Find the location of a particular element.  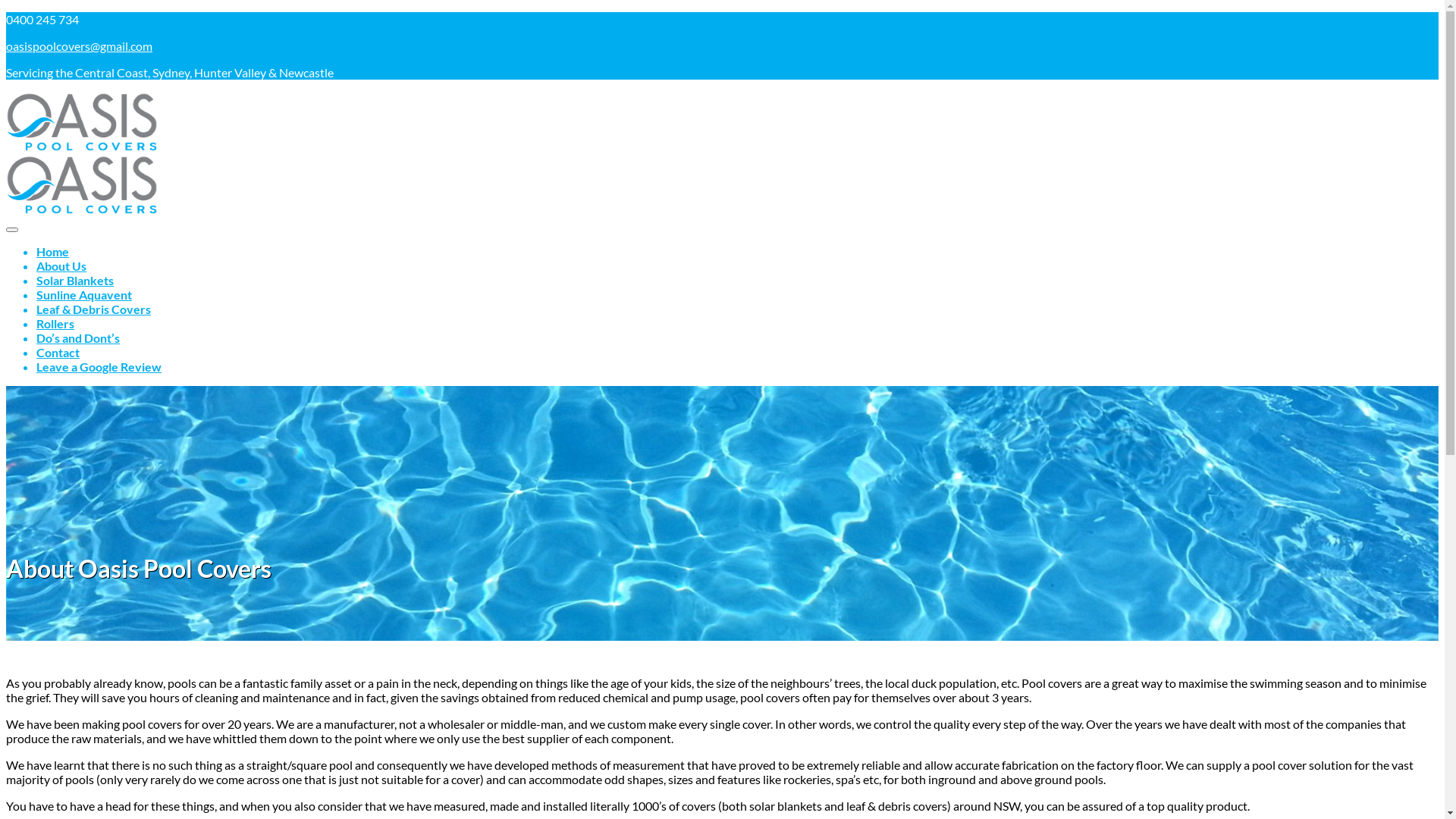

'Leave a Google Review' is located at coordinates (98, 366).